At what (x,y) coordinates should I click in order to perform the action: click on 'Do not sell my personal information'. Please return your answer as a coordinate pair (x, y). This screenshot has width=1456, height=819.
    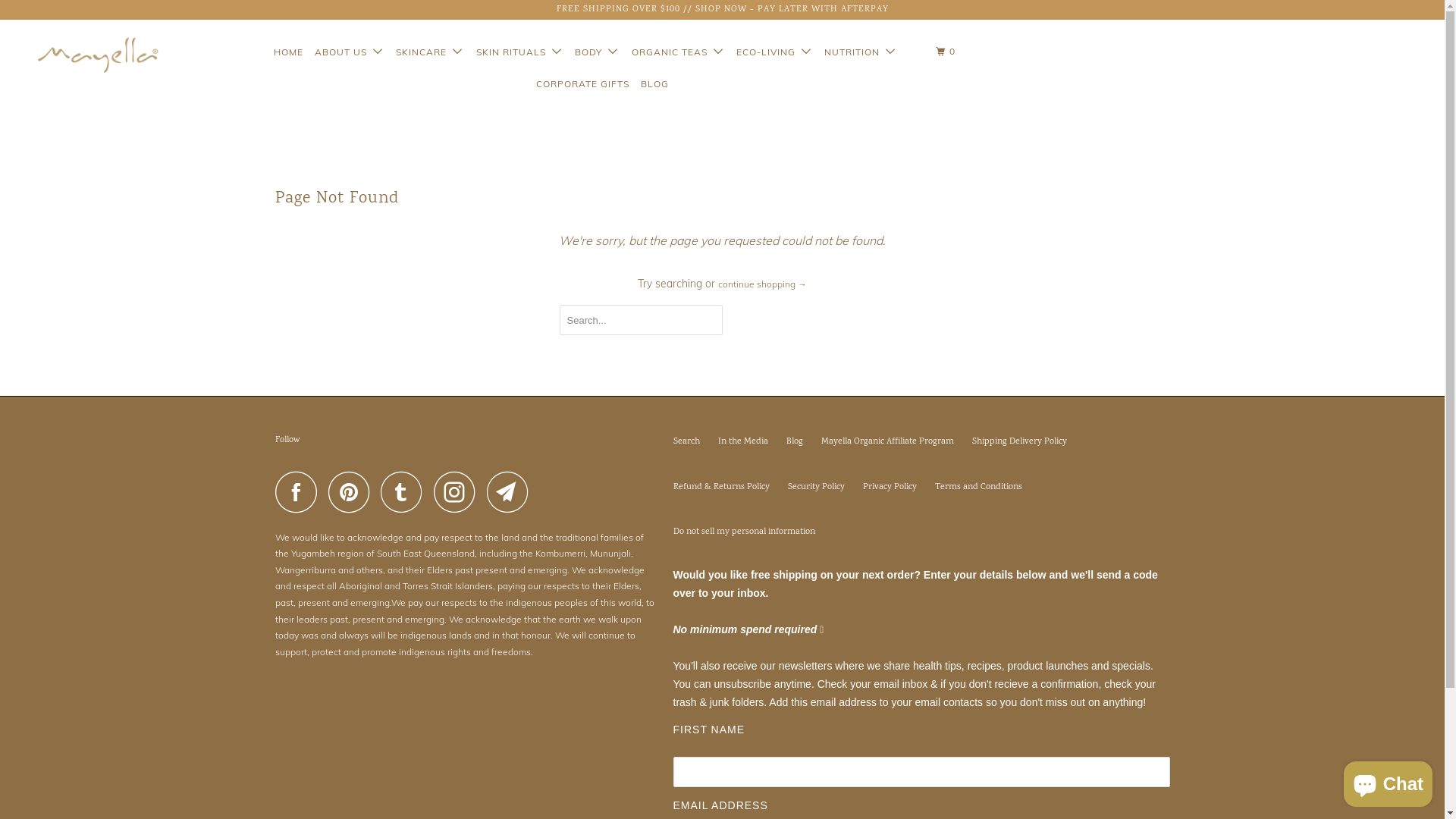
    Looking at the image, I should click on (744, 531).